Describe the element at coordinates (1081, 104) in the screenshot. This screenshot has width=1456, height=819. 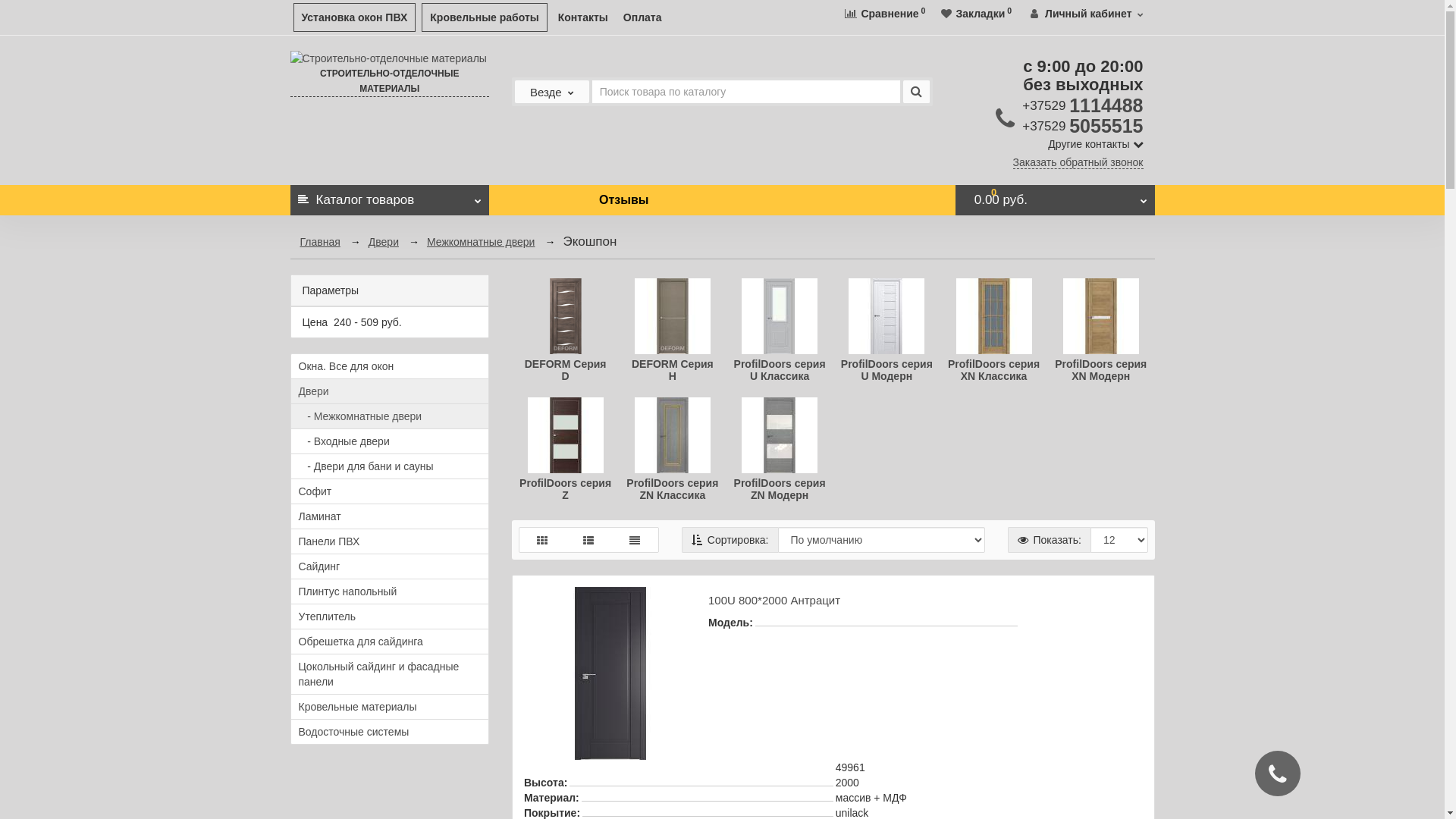
I see `'+37529 1114488'` at that location.